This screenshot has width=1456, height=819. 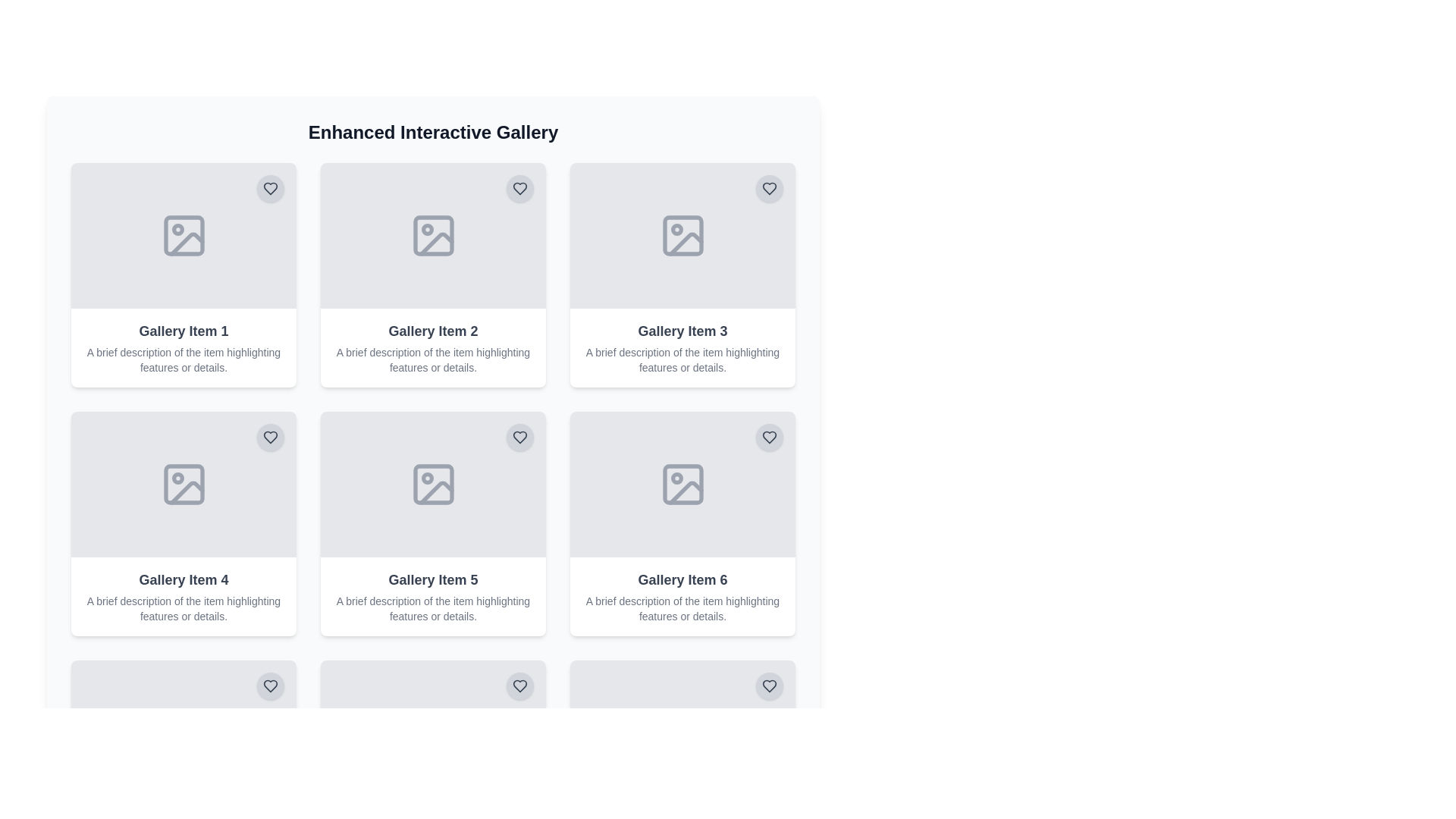 I want to click on the icon representing an image with a circular shape and a diagonal line intersecting a mountain-like figure, located in the cell labeled 'Gallery Item 5', so click(x=432, y=485).